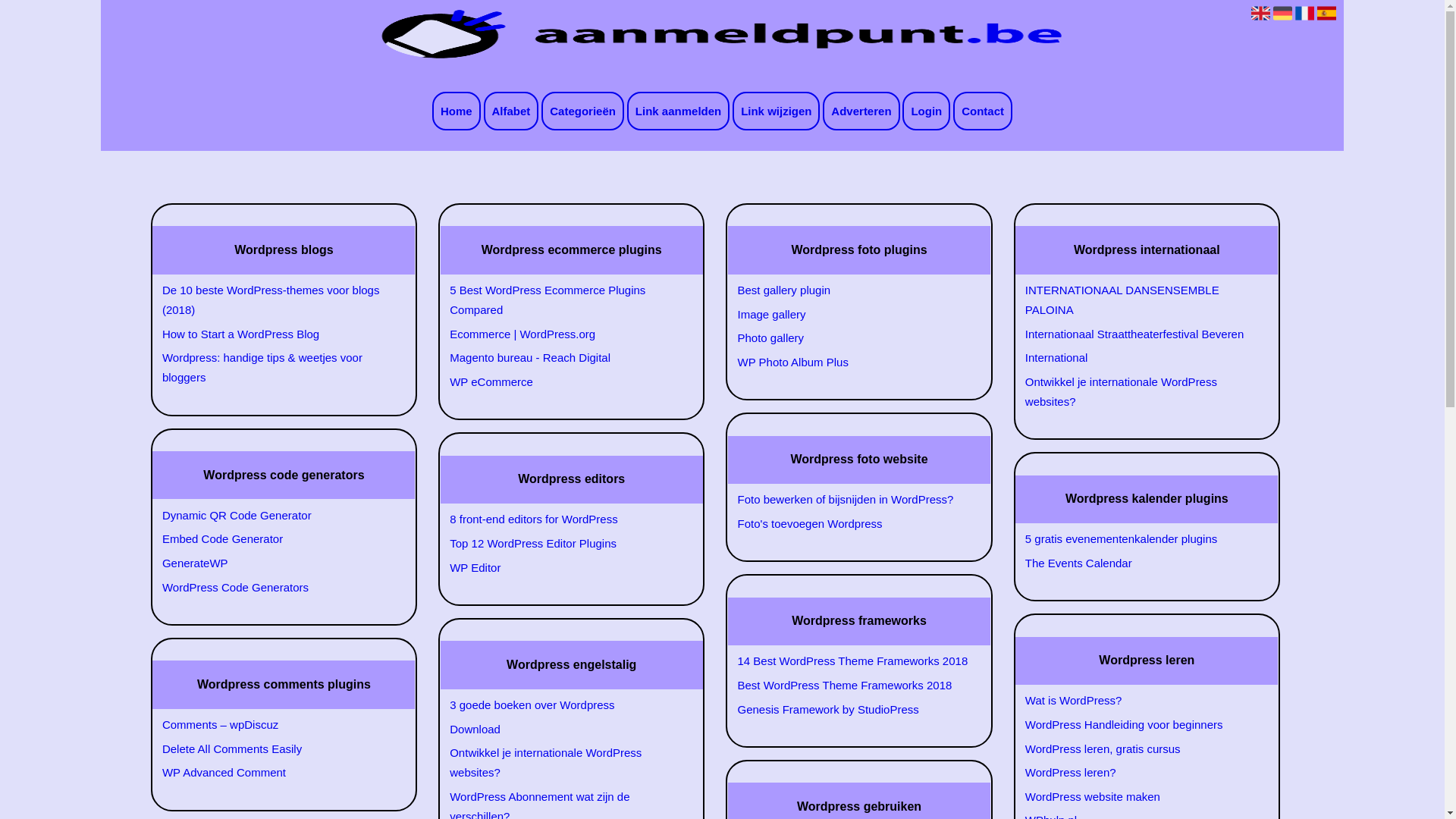 The width and height of the screenshot is (1456, 819). What do you see at coordinates (562, 543) in the screenshot?
I see `'Top 12 WordPress Editor Plugins'` at bounding box center [562, 543].